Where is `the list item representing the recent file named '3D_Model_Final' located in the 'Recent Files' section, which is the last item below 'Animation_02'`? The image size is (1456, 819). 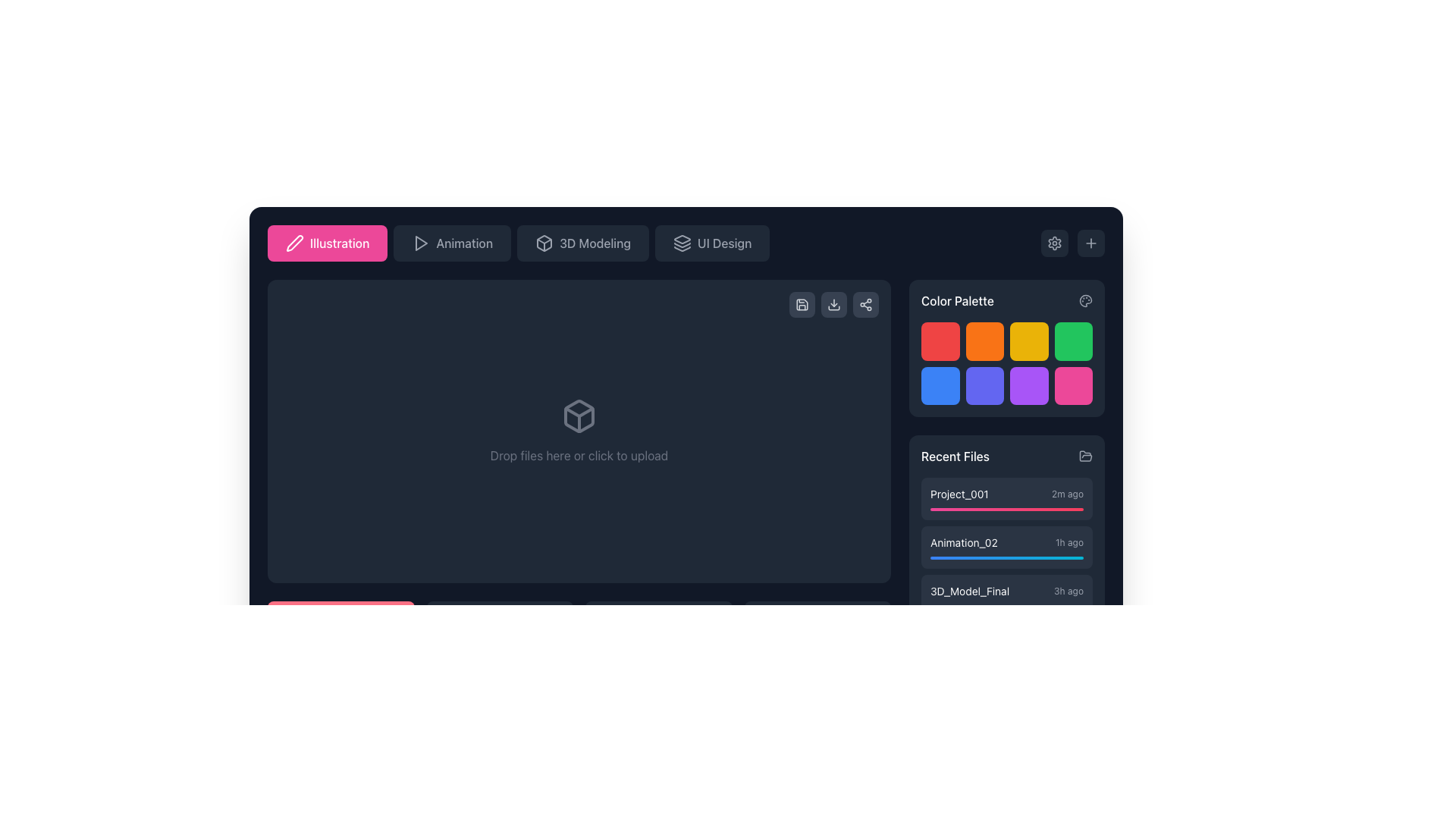 the list item representing the recent file named '3D_Model_Final' located in the 'Recent Files' section, which is the last item below 'Animation_02' is located at coordinates (1007, 590).